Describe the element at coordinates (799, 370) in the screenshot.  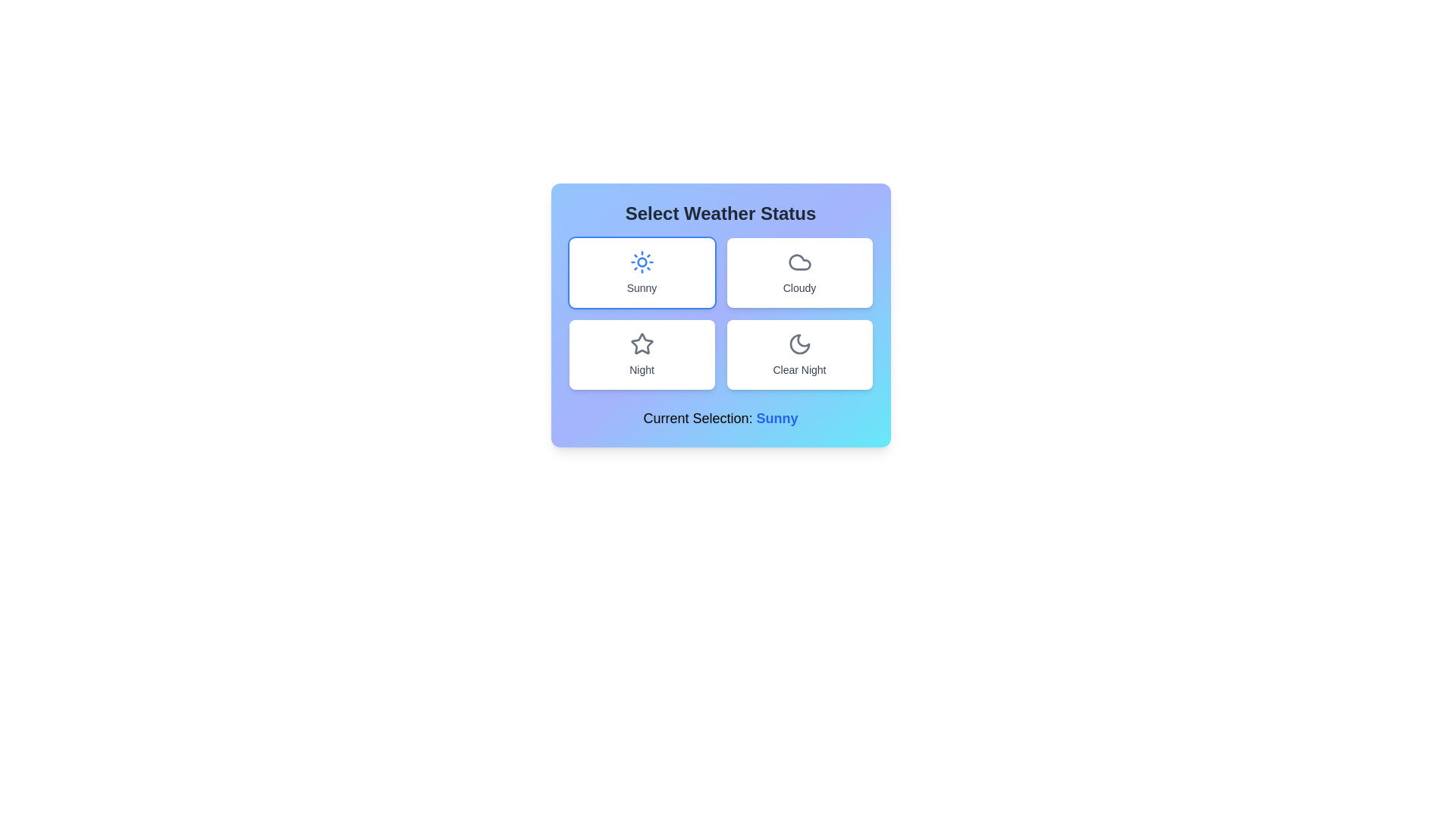
I see `the text label displaying 'Clear Night', which is styled with a smaller font size and medium weight, located in the bottom-right option of the weather status selections` at that location.